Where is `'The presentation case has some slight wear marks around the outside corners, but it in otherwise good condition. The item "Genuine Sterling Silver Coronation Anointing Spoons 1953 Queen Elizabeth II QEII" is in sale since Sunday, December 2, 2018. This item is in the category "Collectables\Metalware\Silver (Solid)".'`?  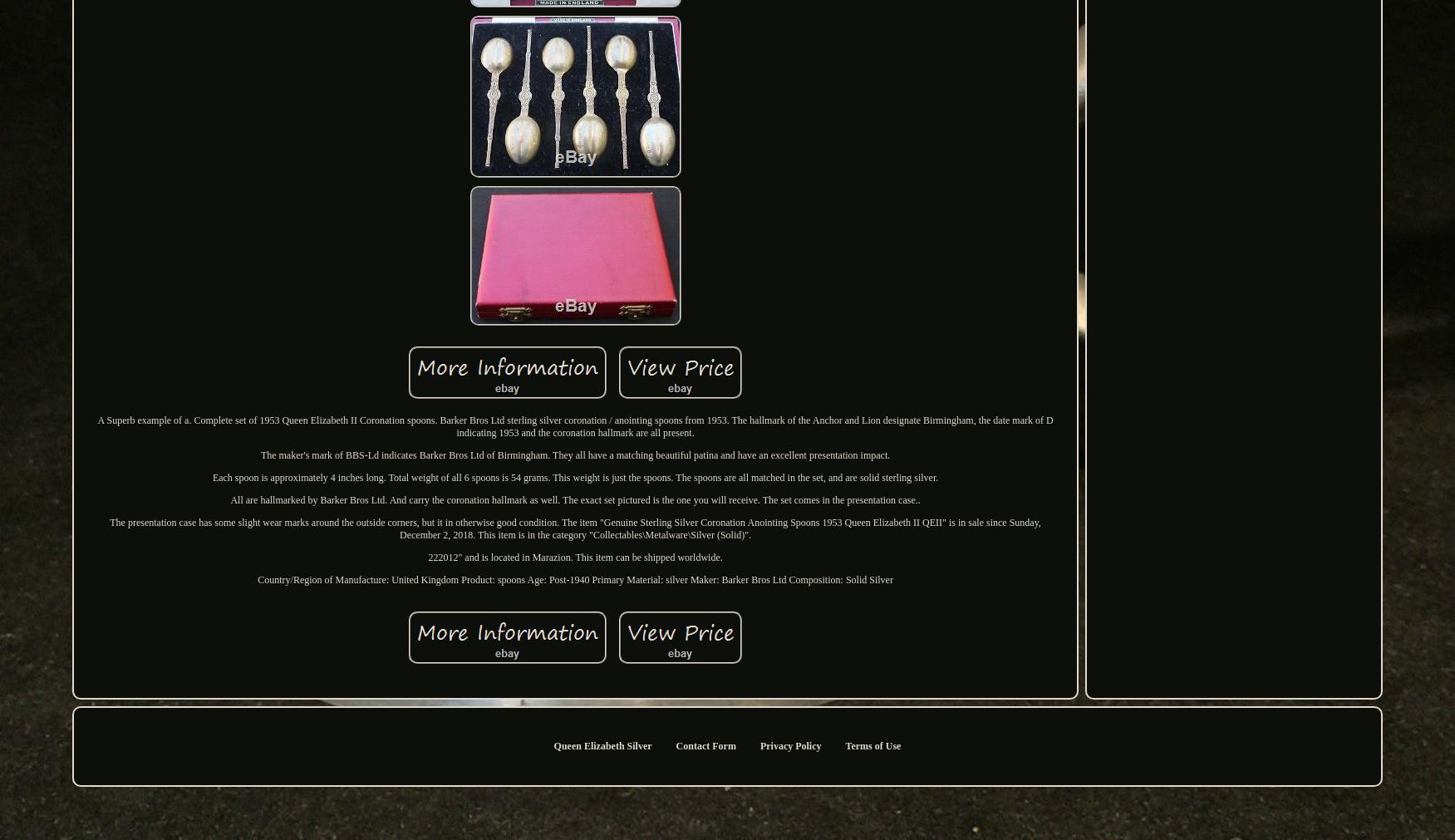 'The presentation case has some slight wear marks around the outside corners, but it in otherwise good condition. The item "Genuine Sterling Silver Coronation Anointing Spoons 1953 Queen Elizabeth II QEII" is in sale since Sunday, December 2, 2018. This item is in the category "Collectables\Metalware\Silver (Solid)".' is located at coordinates (574, 528).